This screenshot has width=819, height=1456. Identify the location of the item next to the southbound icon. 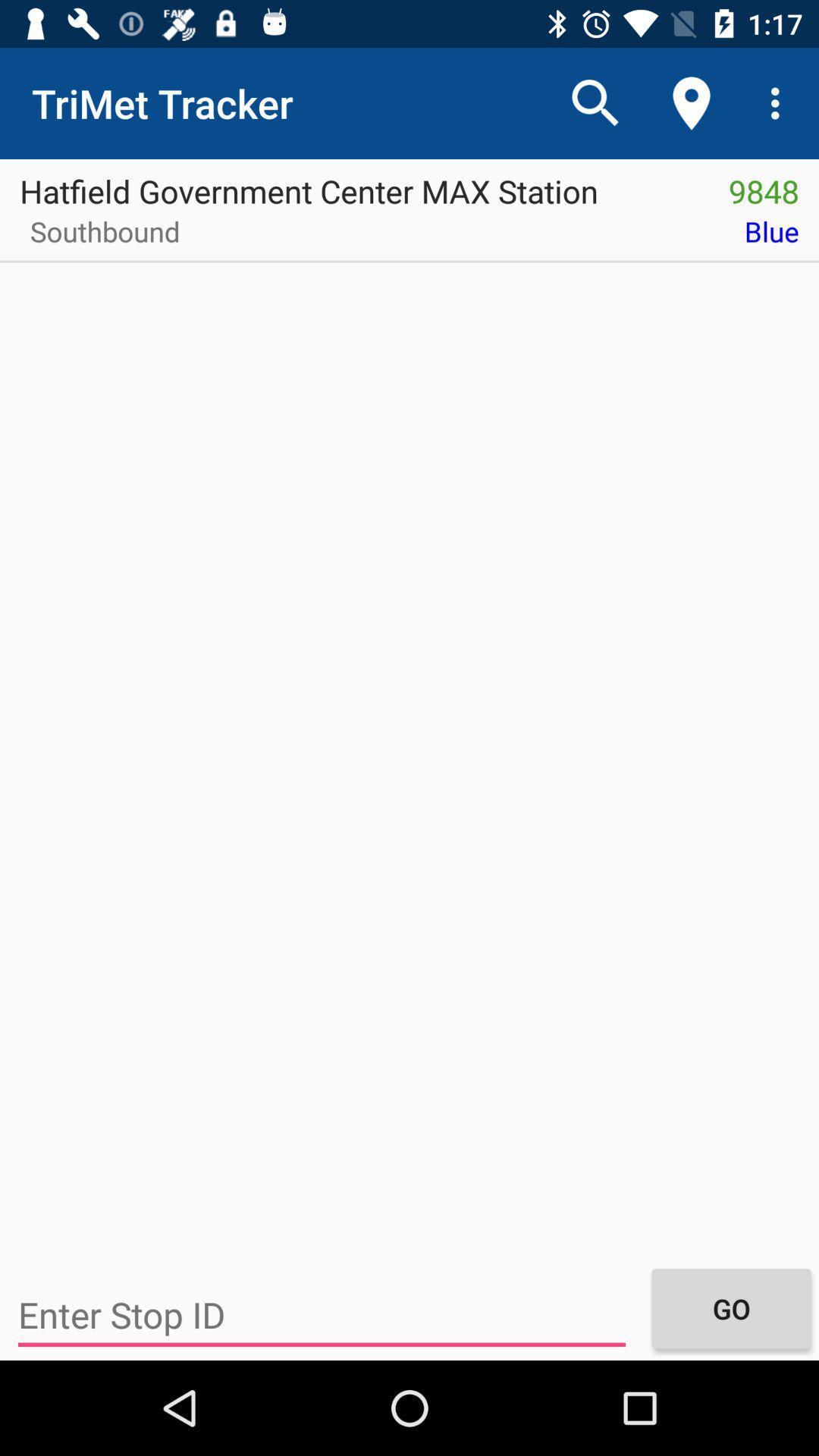
(509, 236).